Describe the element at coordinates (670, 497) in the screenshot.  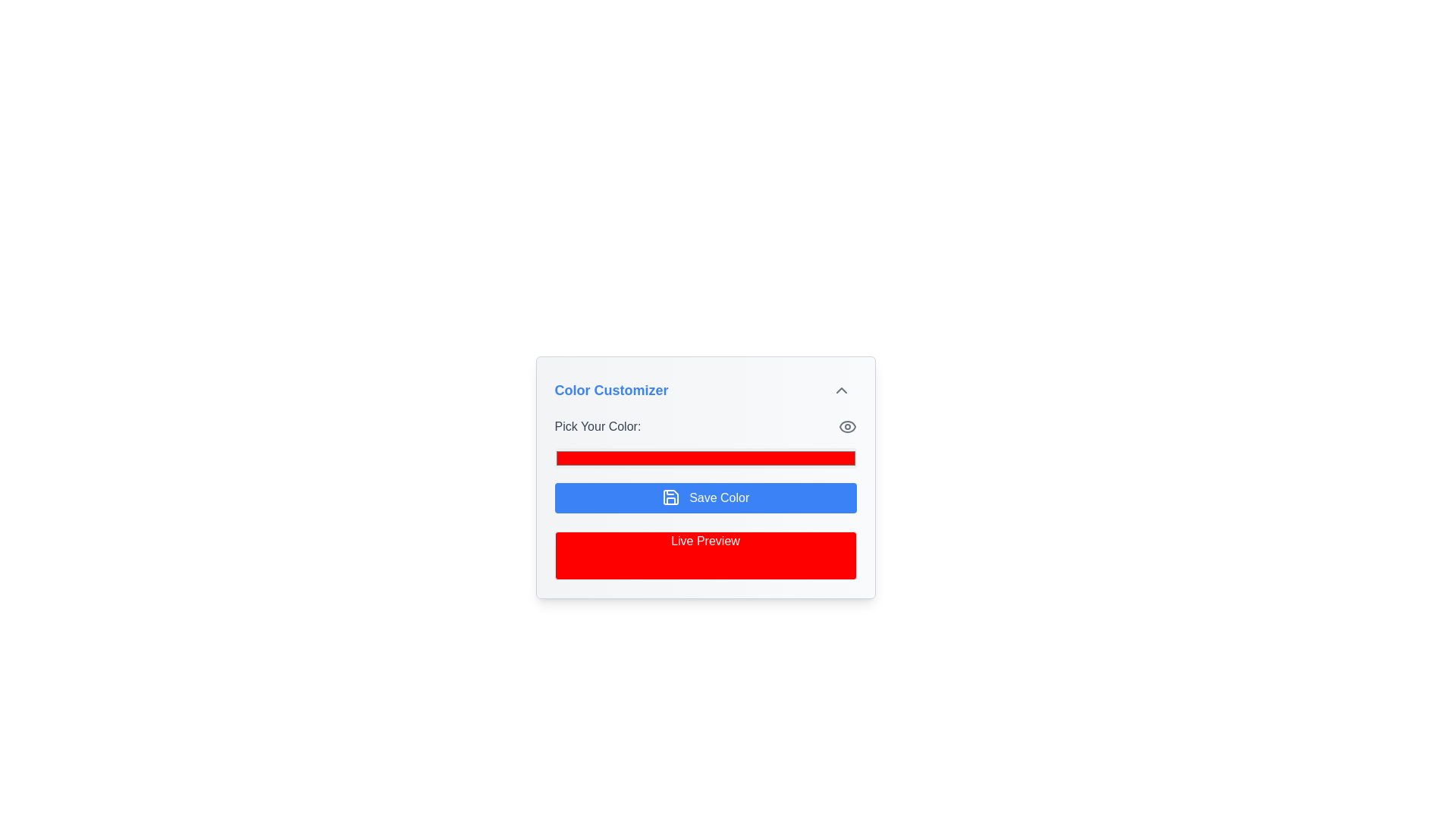
I see `the top-left component of the floppy disk icon located inside the blue 'Save Color' button, which is centrally positioned beneath the color picker interface` at that location.